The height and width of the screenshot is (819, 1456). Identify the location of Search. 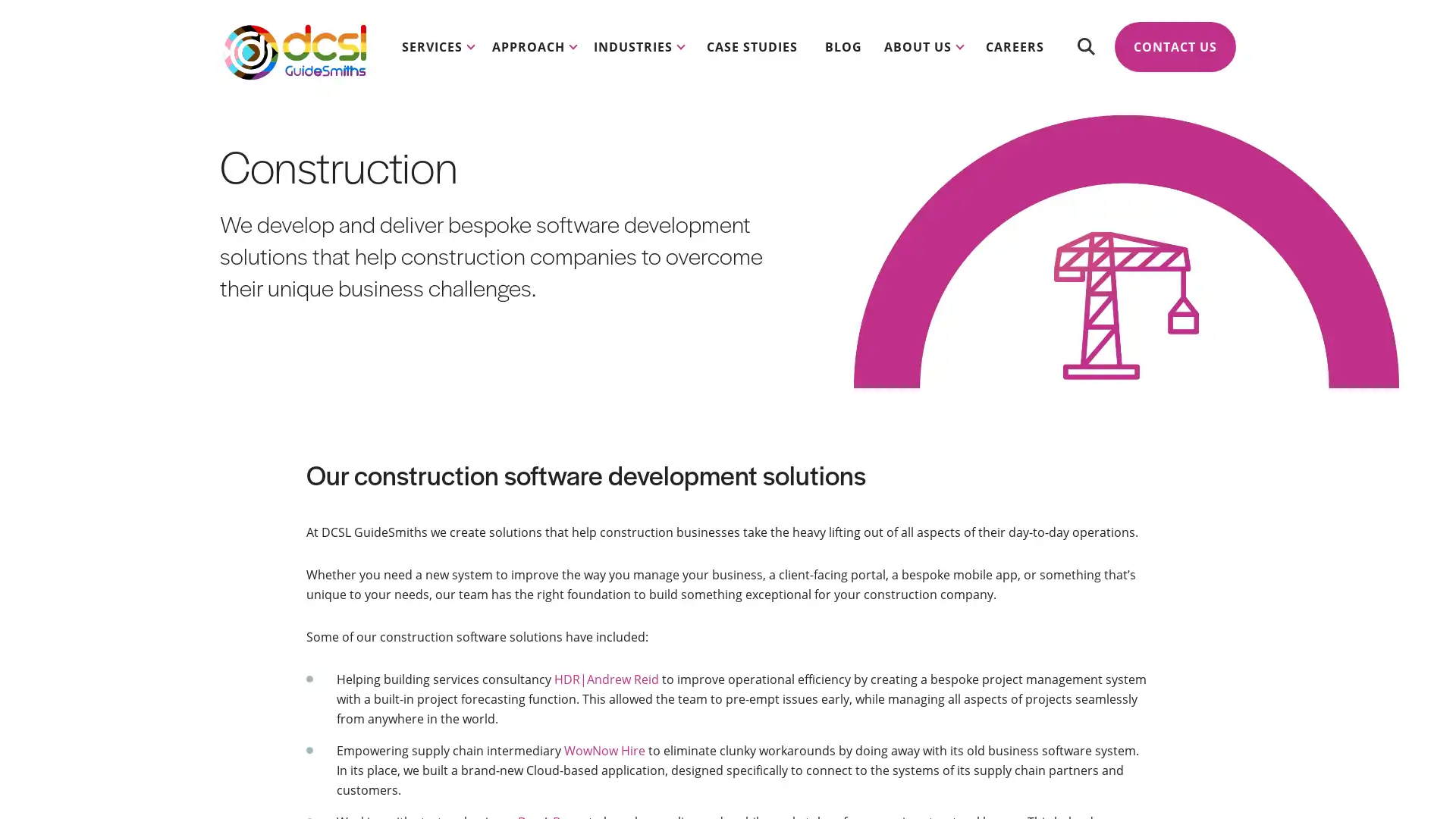
(1084, 45).